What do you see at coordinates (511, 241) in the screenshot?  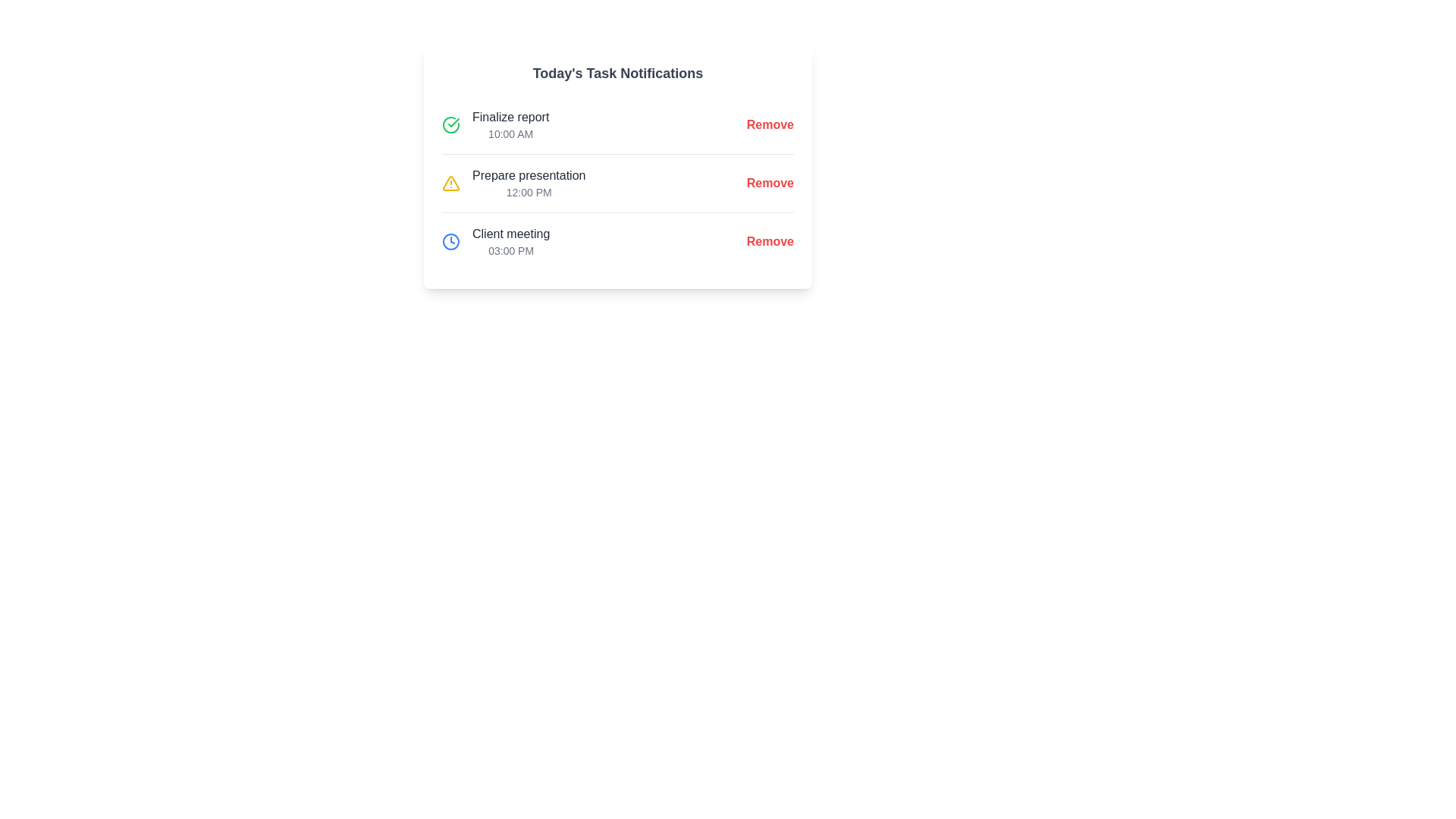 I see `the notification text displaying 'Client meeting' scheduled for '03:00 PM' located in the third row of the task notifications list` at bounding box center [511, 241].